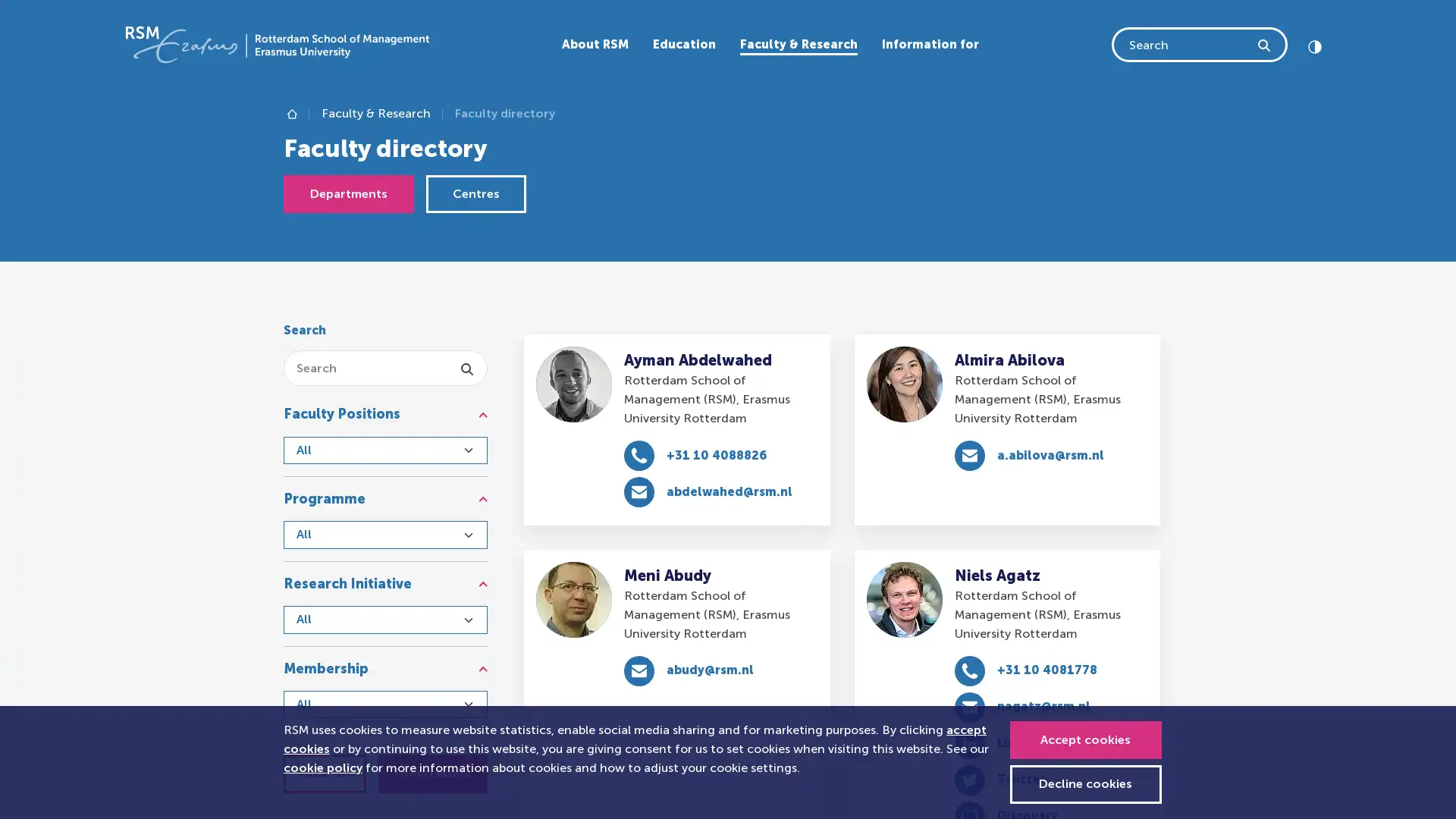  Describe the element at coordinates (385, 667) in the screenshot. I see `Membership` at that location.